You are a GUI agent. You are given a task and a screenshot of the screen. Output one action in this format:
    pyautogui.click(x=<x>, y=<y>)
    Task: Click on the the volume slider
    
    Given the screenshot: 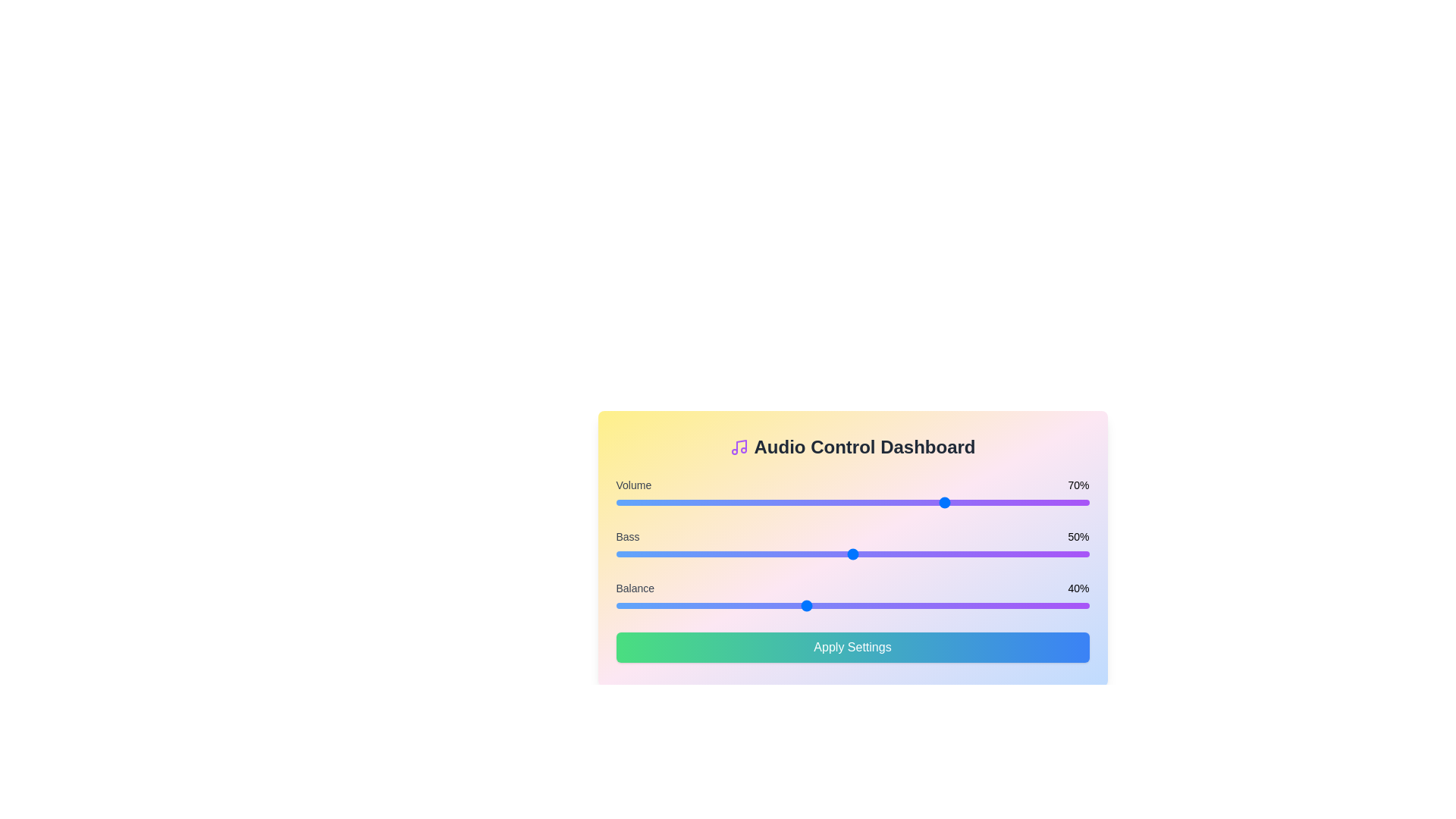 What is the action you would take?
    pyautogui.click(x=852, y=503)
    